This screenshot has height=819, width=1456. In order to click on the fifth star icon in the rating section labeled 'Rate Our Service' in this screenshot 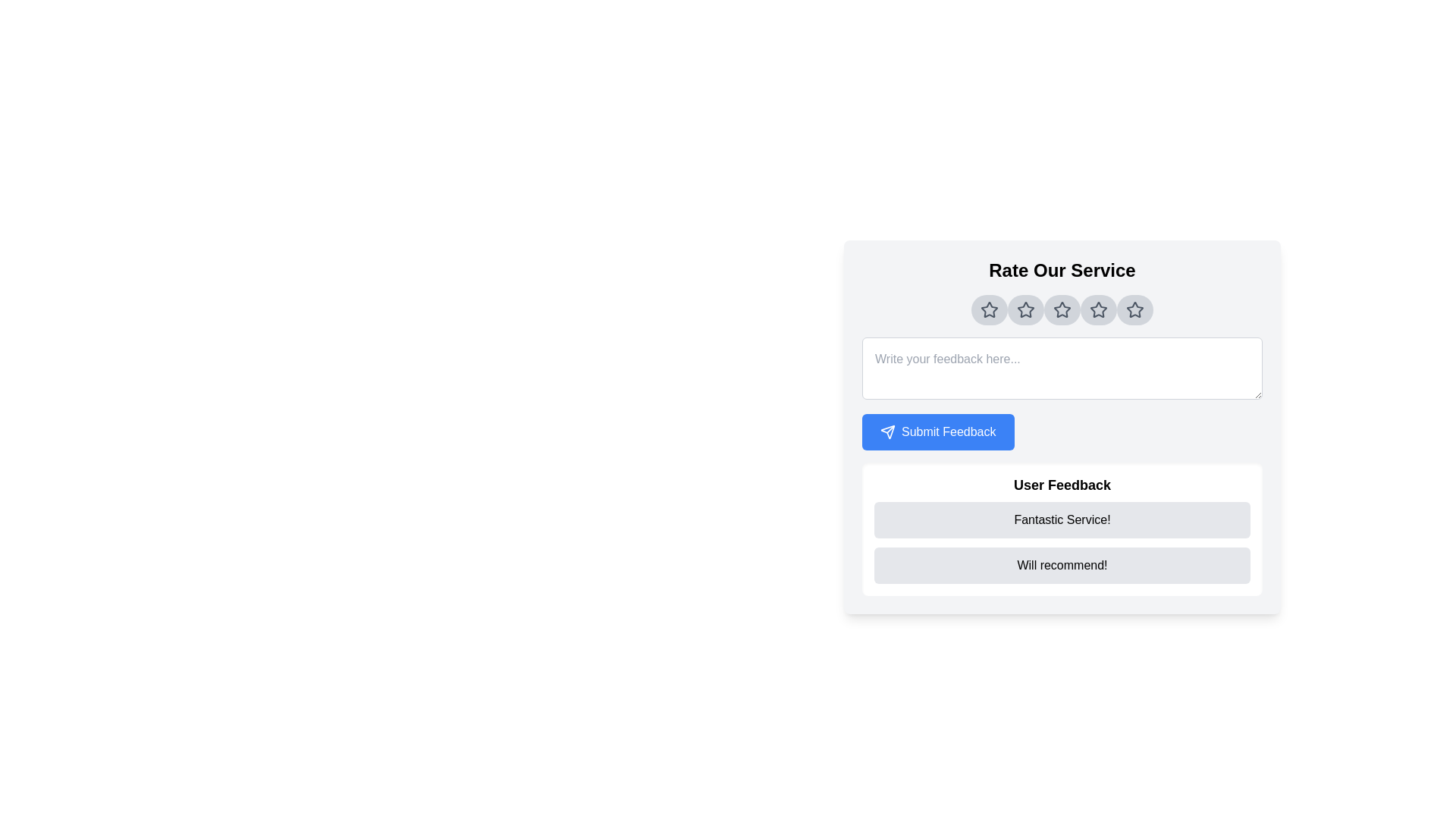, I will do `click(1135, 309)`.